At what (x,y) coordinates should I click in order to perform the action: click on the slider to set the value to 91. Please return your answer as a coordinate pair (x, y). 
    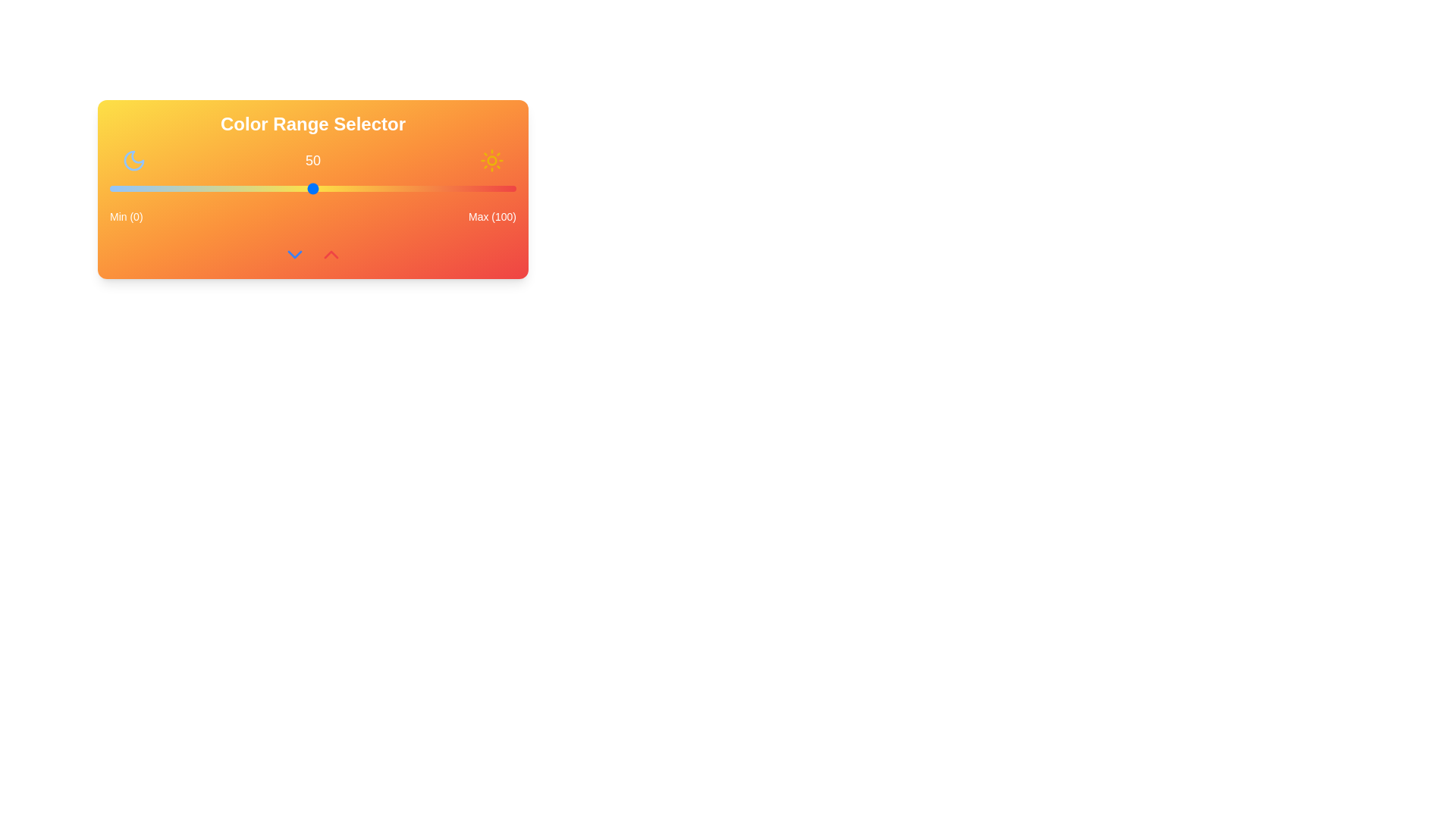
    Looking at the image, I should click on (479, 188).